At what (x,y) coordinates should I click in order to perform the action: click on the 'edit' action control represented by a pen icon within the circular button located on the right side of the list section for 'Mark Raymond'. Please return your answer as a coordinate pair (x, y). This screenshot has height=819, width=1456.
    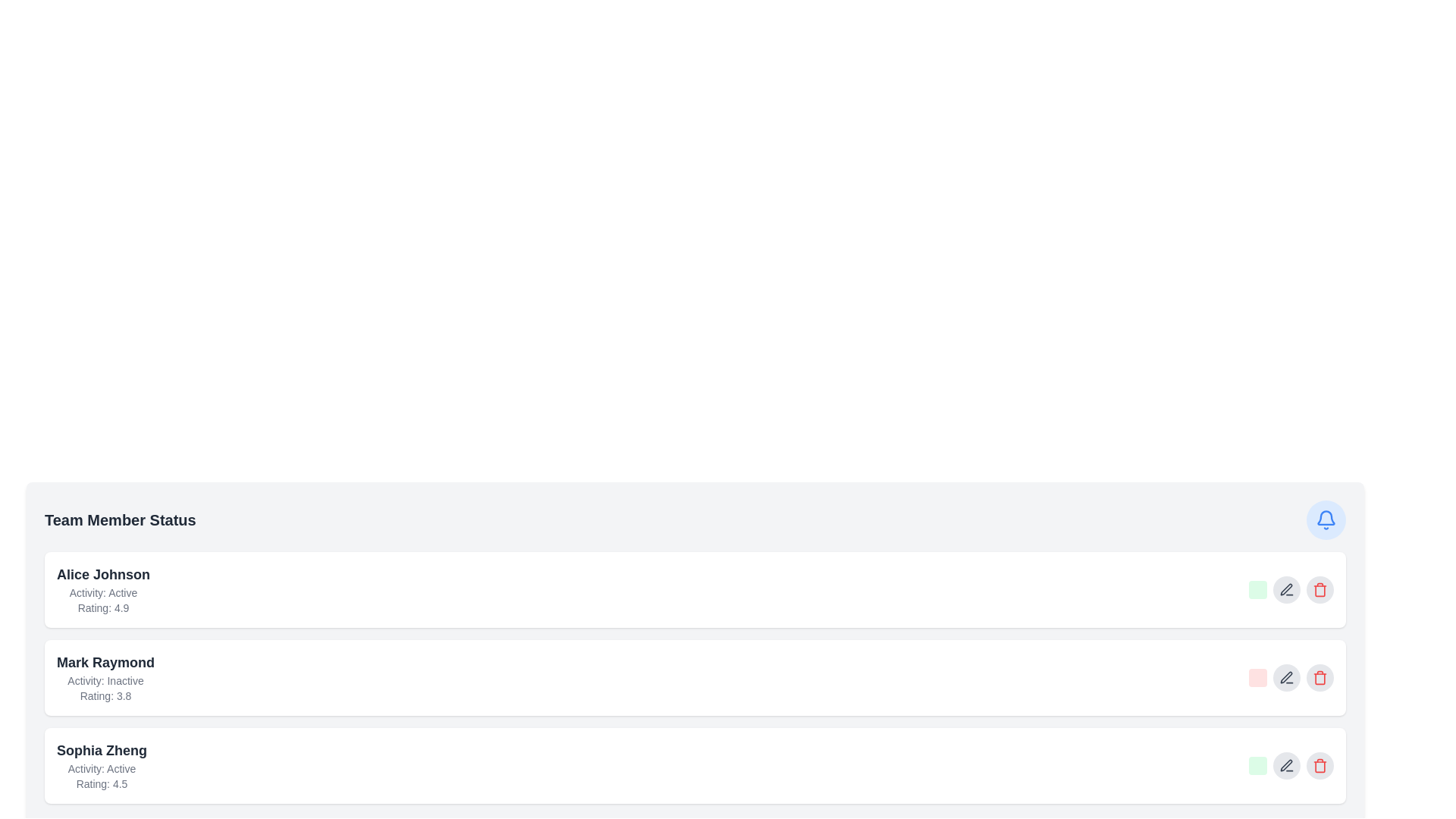
    Looking at the image, I should click on (1286, 677).